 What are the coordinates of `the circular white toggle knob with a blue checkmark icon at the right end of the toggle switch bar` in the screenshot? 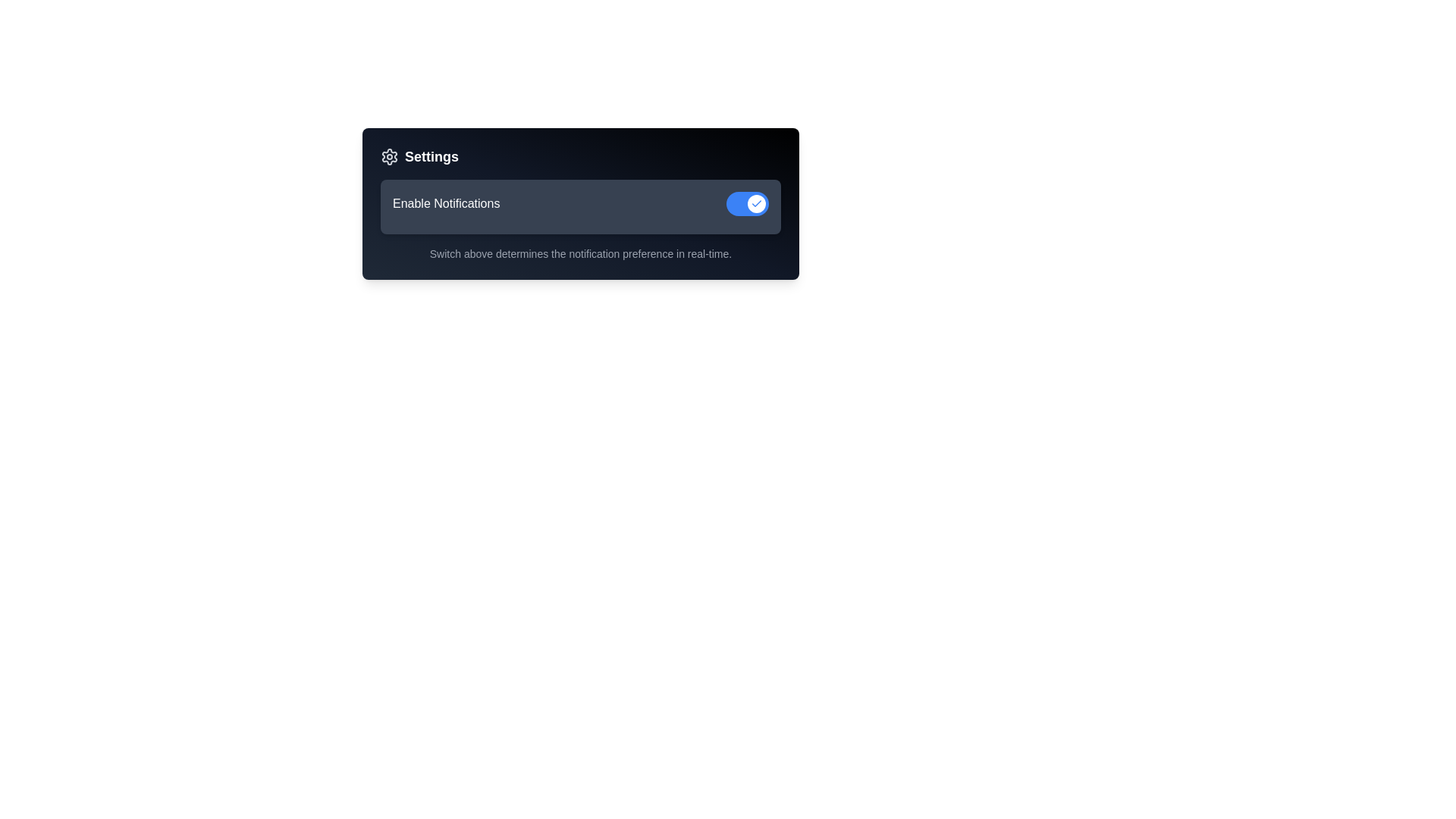 It's located at (757, 203).